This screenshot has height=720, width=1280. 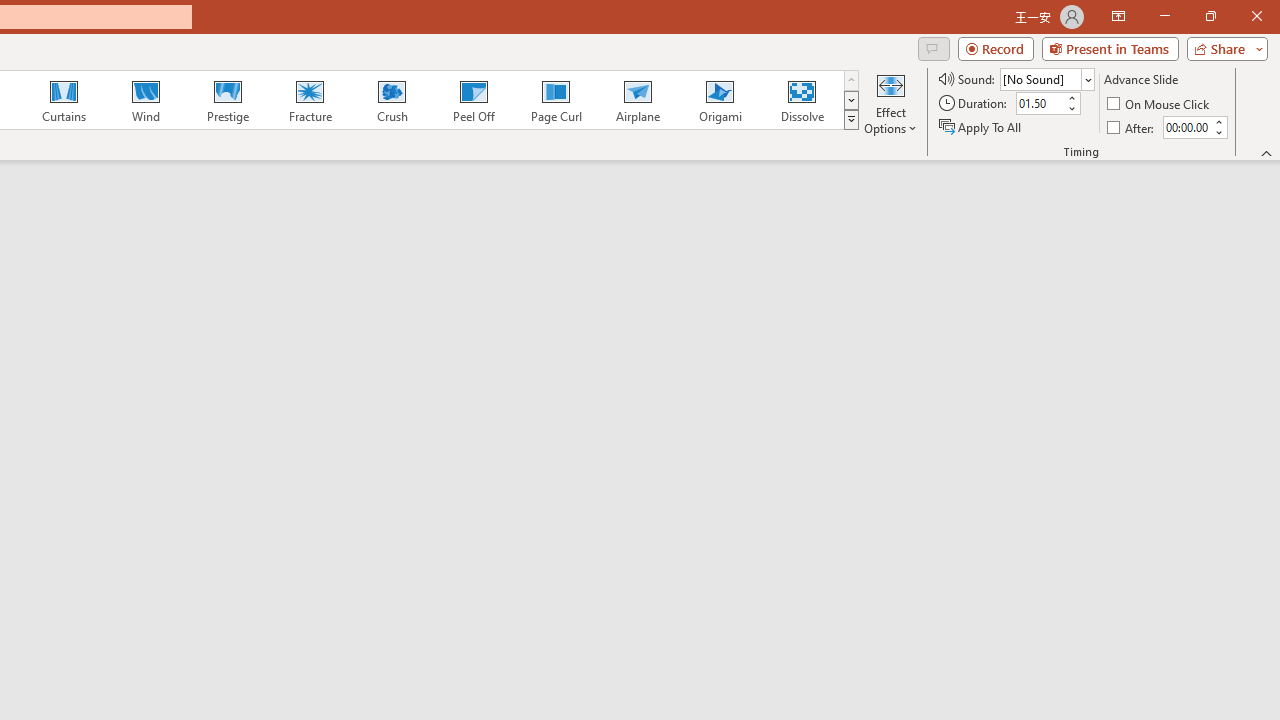 What do you see at coordinates (144, 100) in the screenshot?
I see `'Wind'` at bounding box center [144, 100].